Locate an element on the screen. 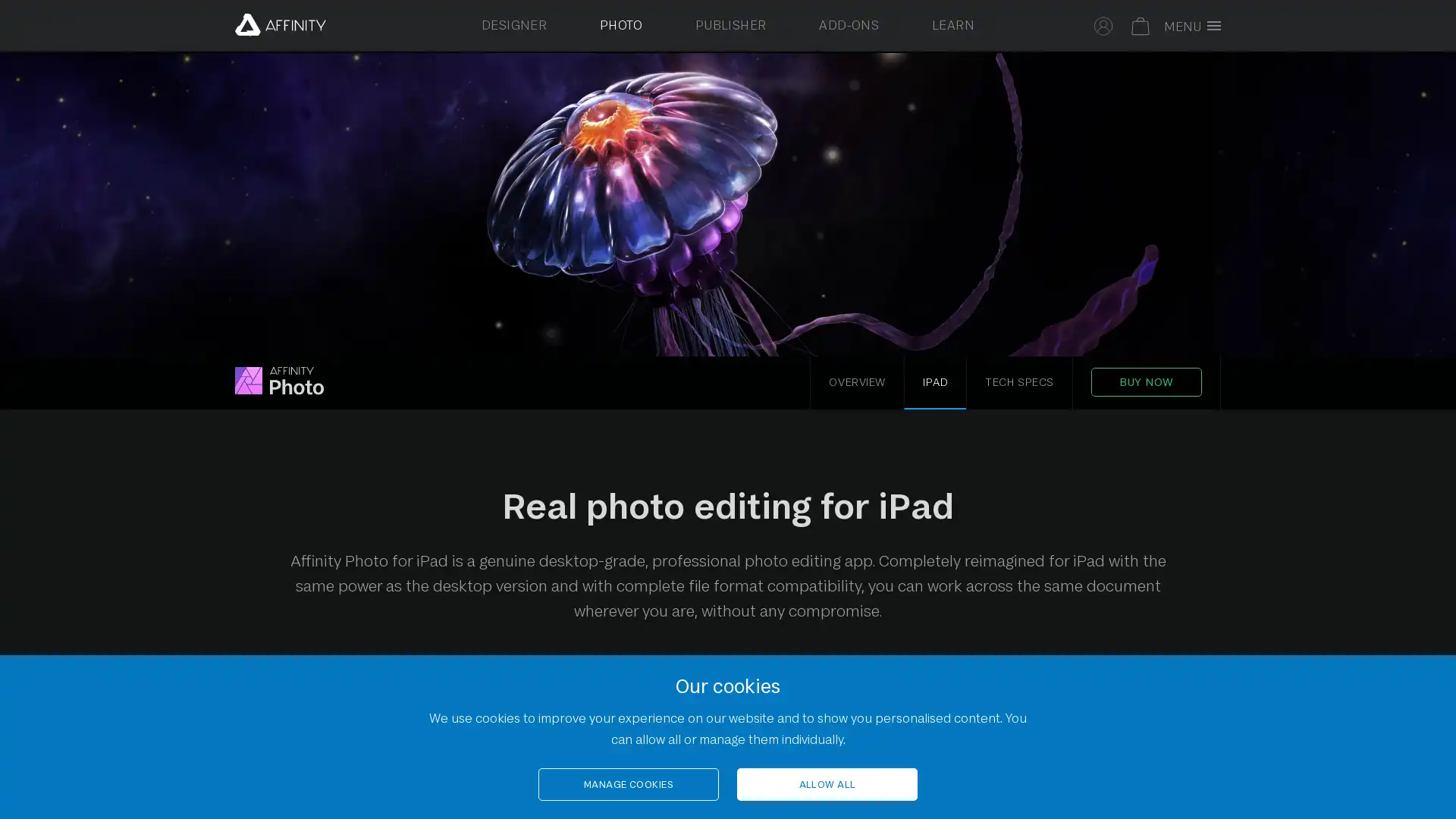 The height and width of the screenshot is (819, 1456). Your basket is empty. Select to toggle basket. is located at coordinates (1141, 24).